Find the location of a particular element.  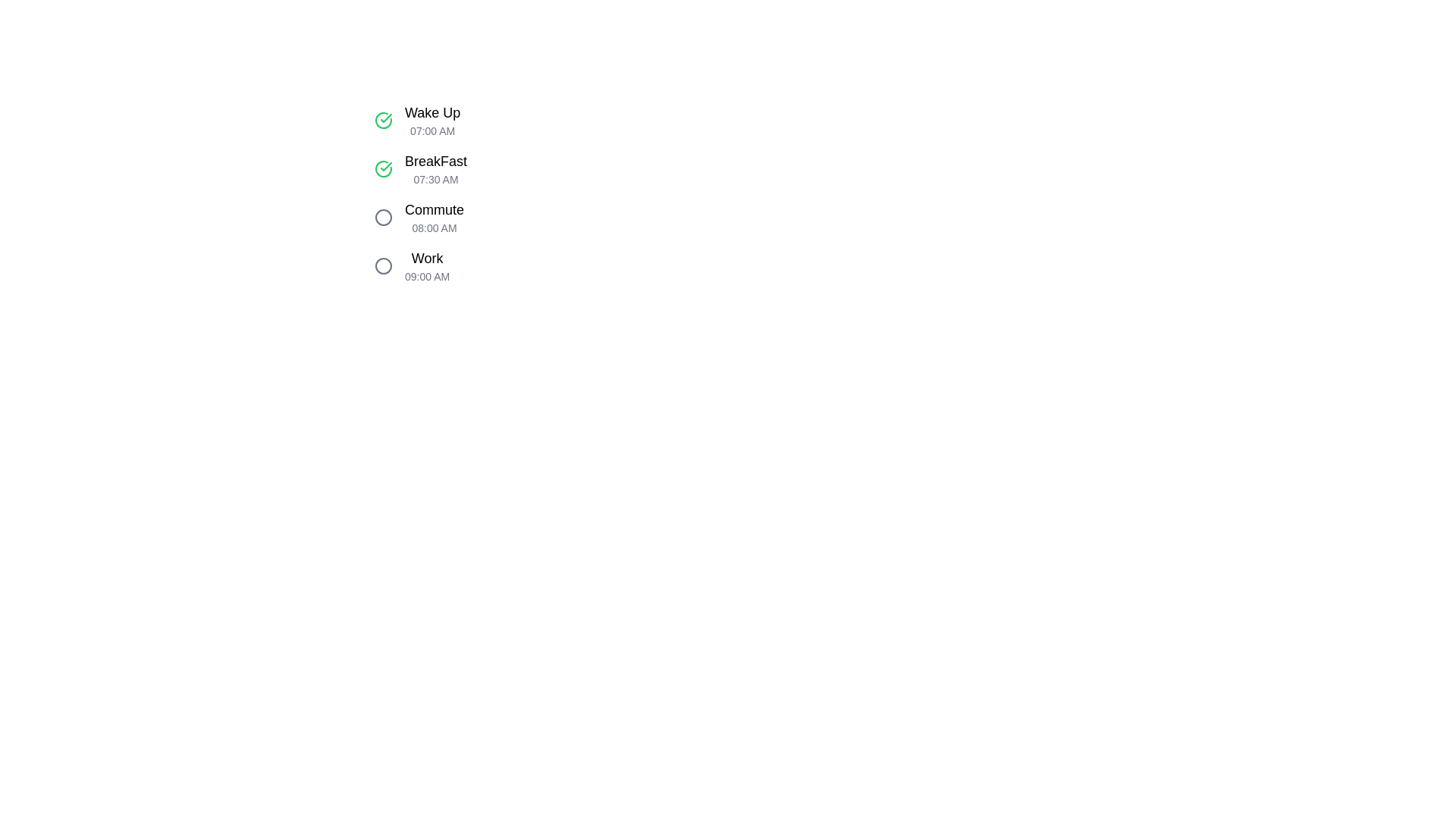

the text label displaying the time associated with the 'Wake Up' task, which is located beneath the 'Wake Up' label as the first time entry in the schedule is located at coordinates (431, 130).